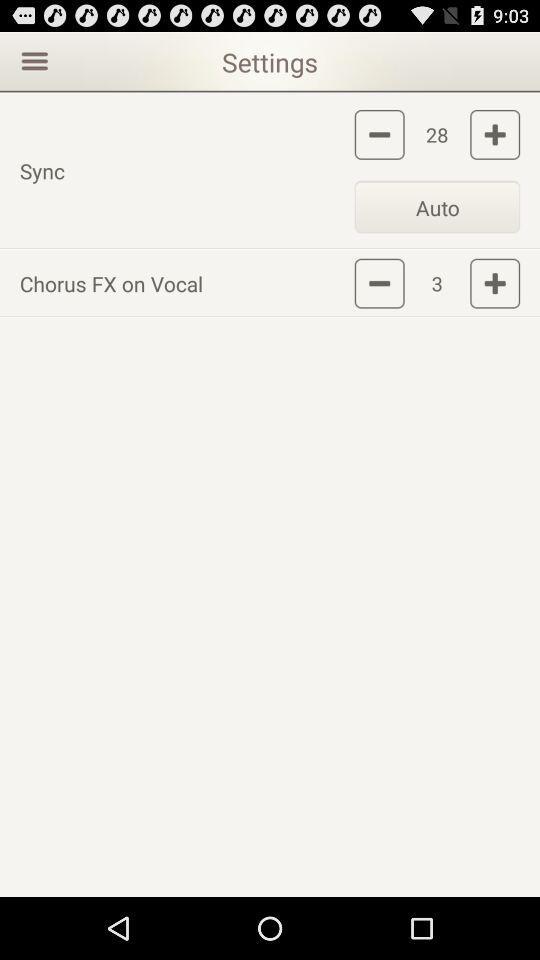 The image size is (540, 960). I want to click on opens menu, so click(31, 59).